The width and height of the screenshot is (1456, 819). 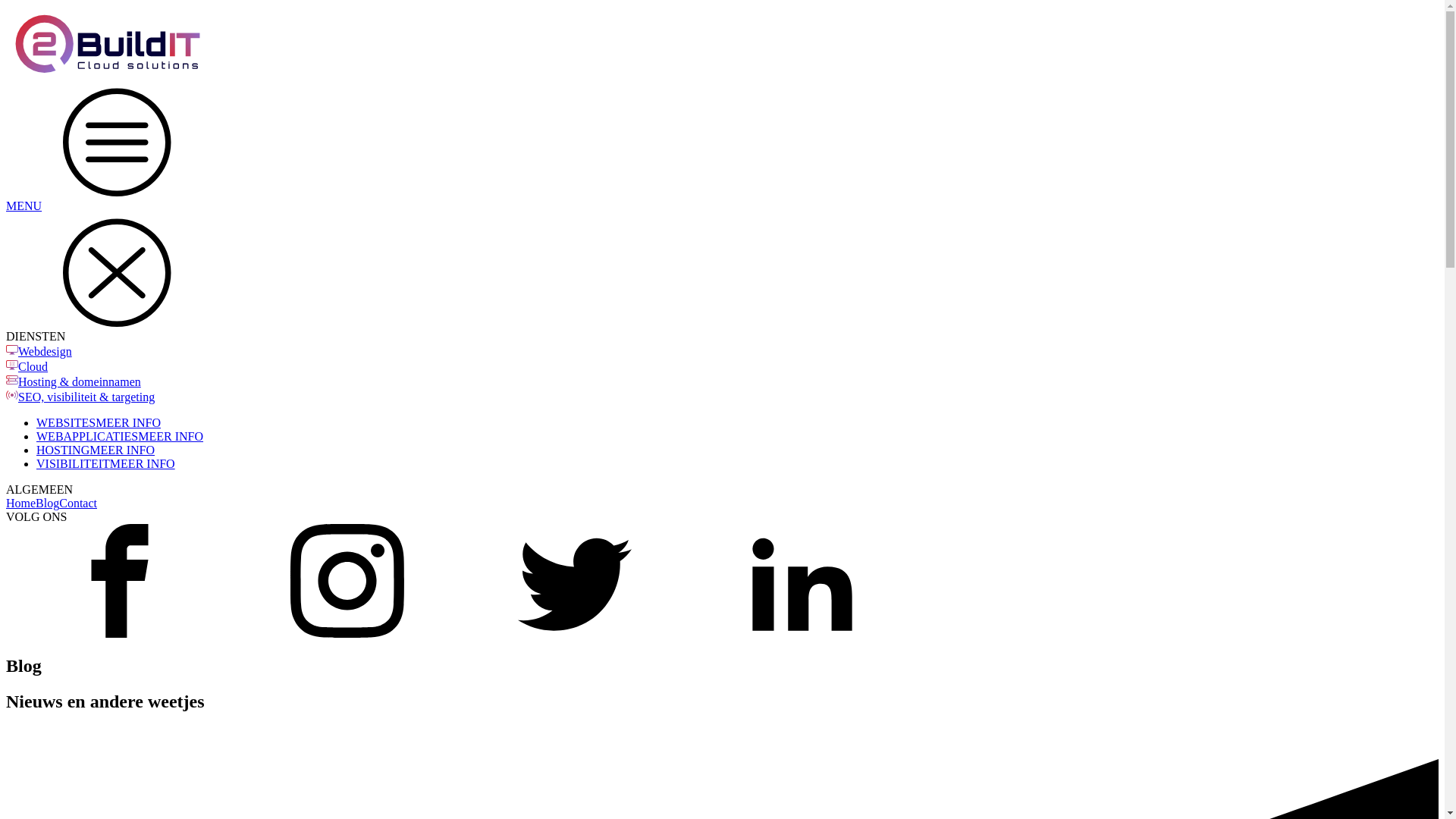 I want to click on 'VISIBILITEIT', so click(x=72, y=463).